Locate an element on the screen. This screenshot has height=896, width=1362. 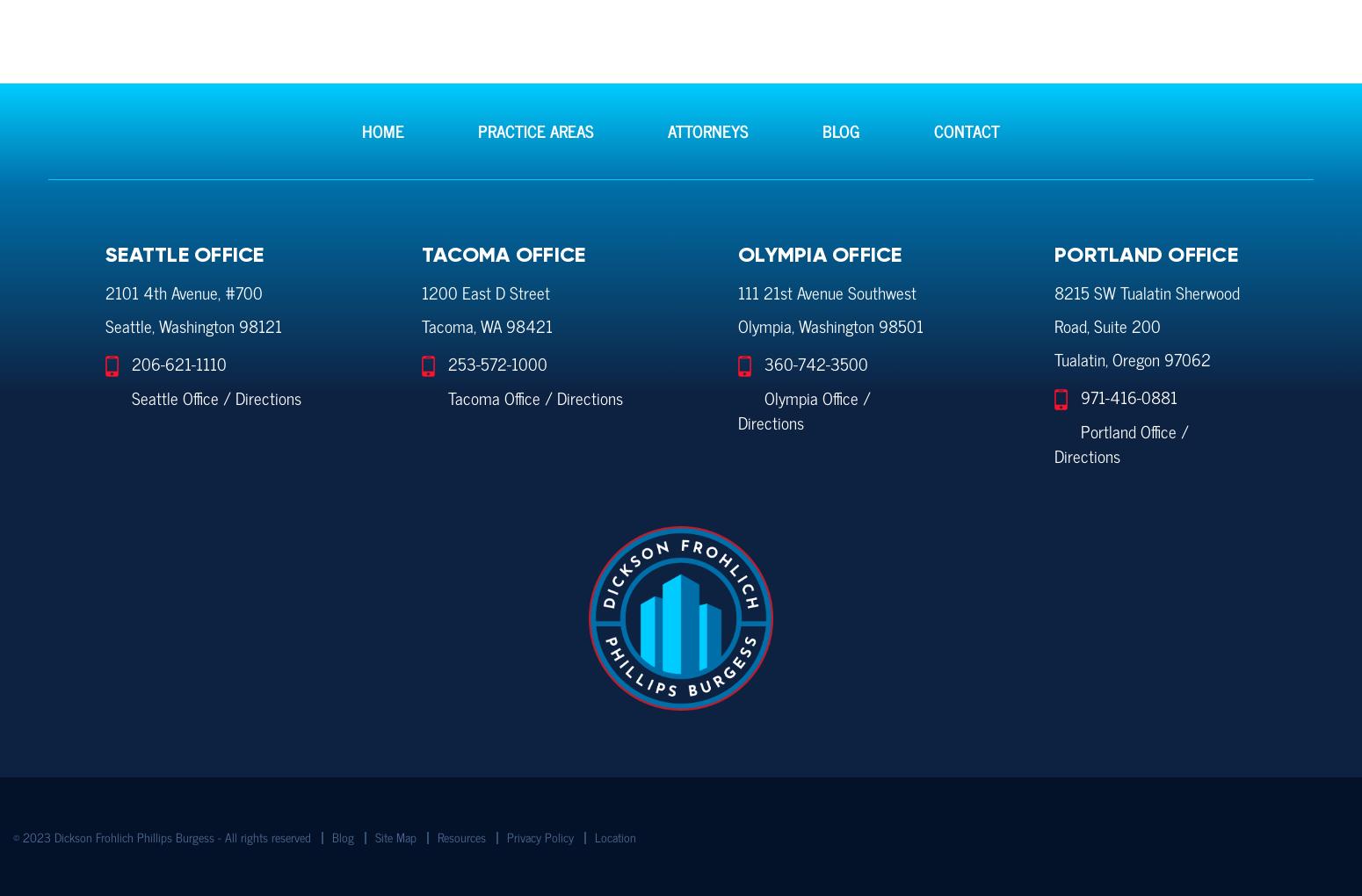
'Resources' is located at coordinates (460, 835).